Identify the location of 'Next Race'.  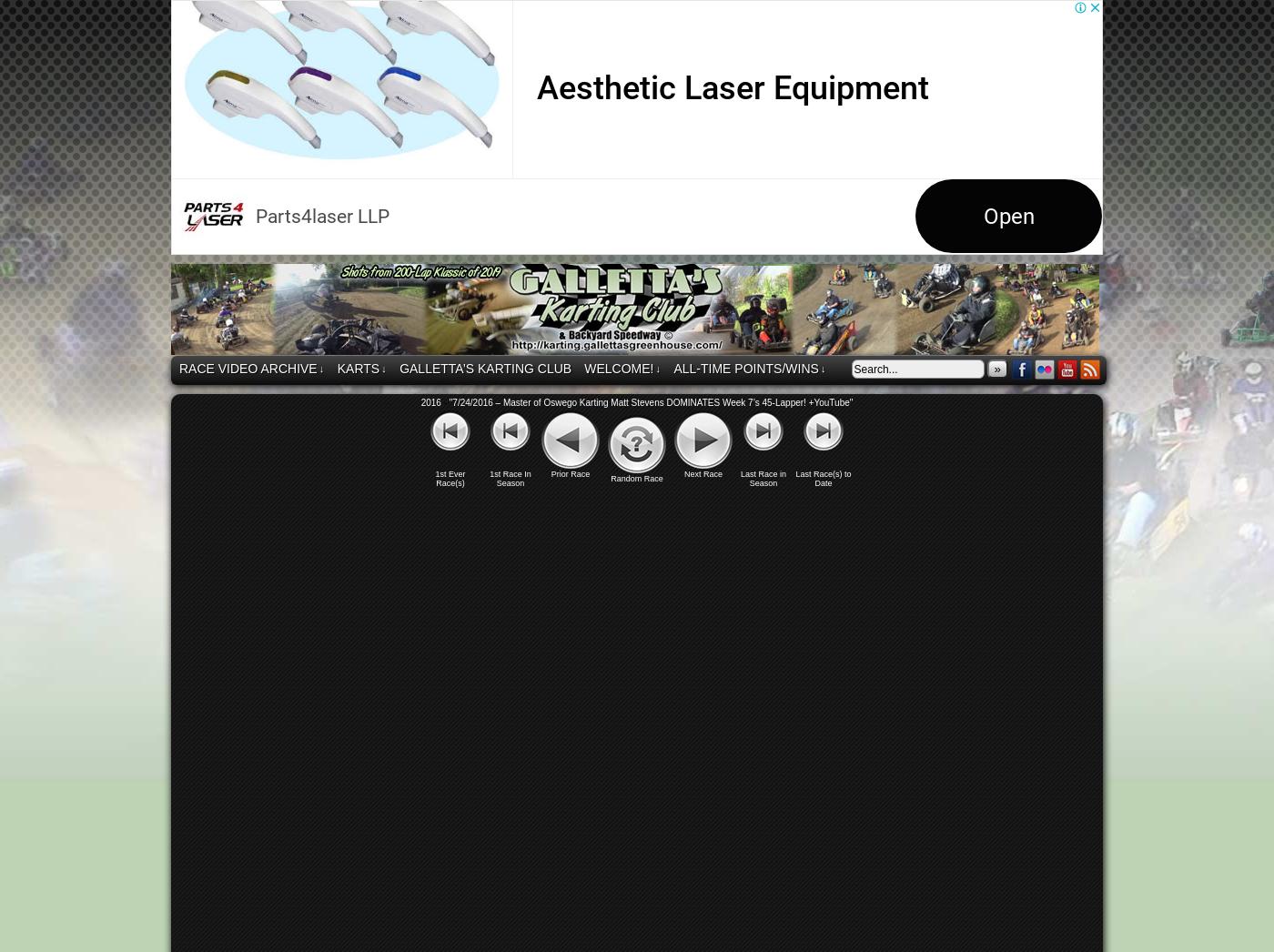
(682, 474).